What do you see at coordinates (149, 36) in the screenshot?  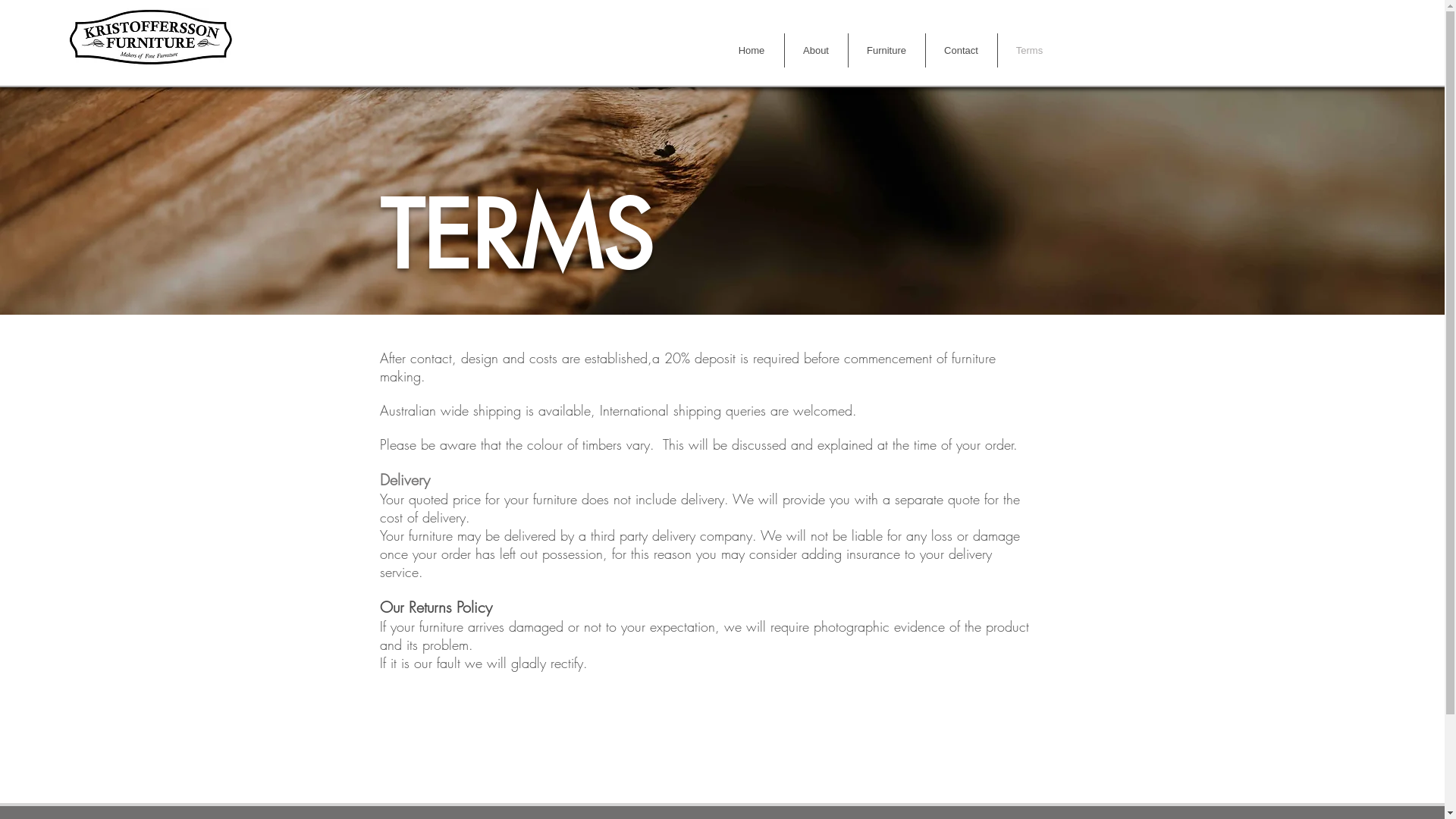 I see `'Kristofferson | Makers of fine furniture'` at bounding box center [149, 36].